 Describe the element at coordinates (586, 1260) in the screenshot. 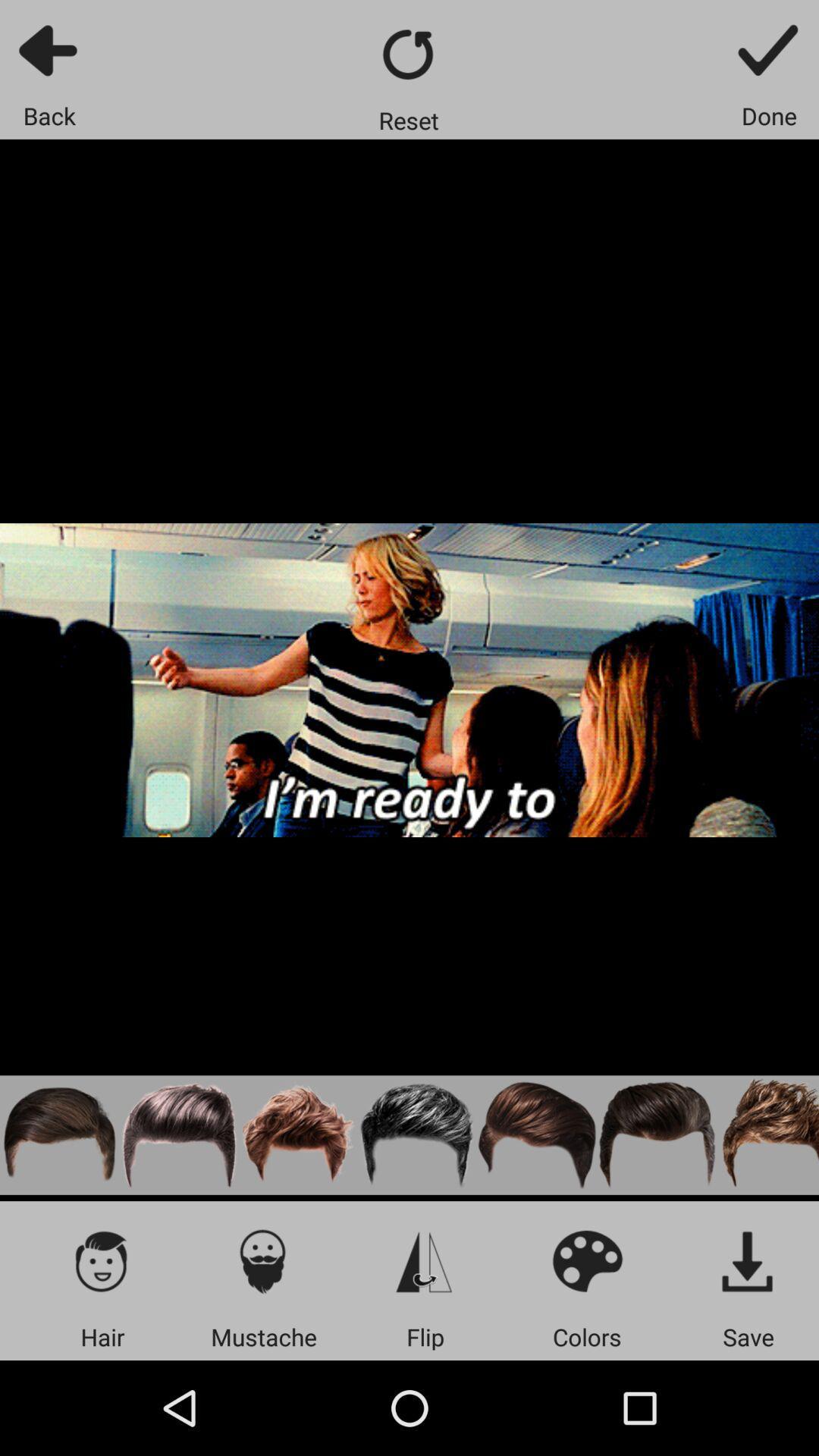

I see `change color` at that location.